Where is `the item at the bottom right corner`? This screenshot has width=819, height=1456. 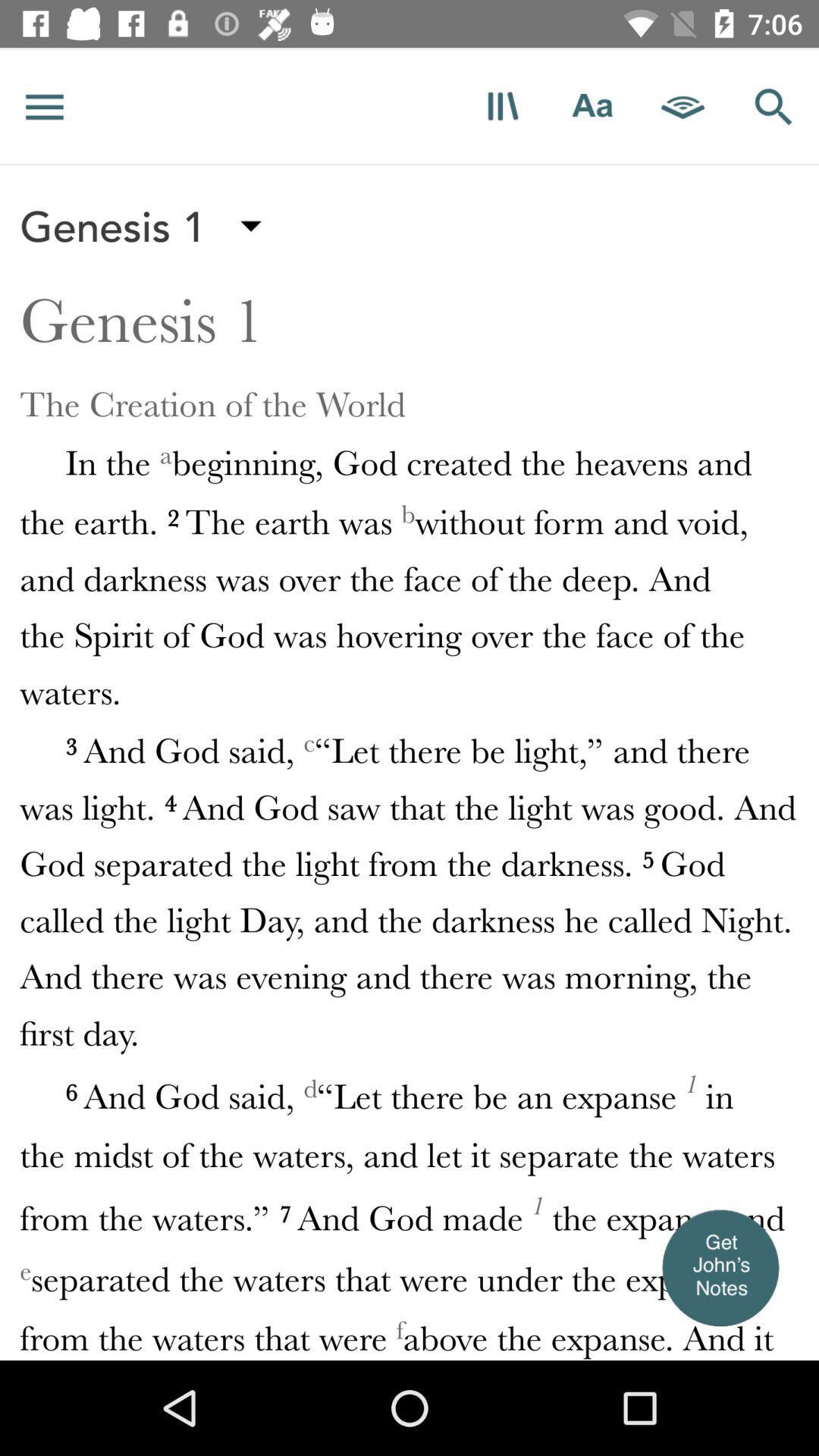
the item at the bottom right corner is located at coordinates (719, 1267).